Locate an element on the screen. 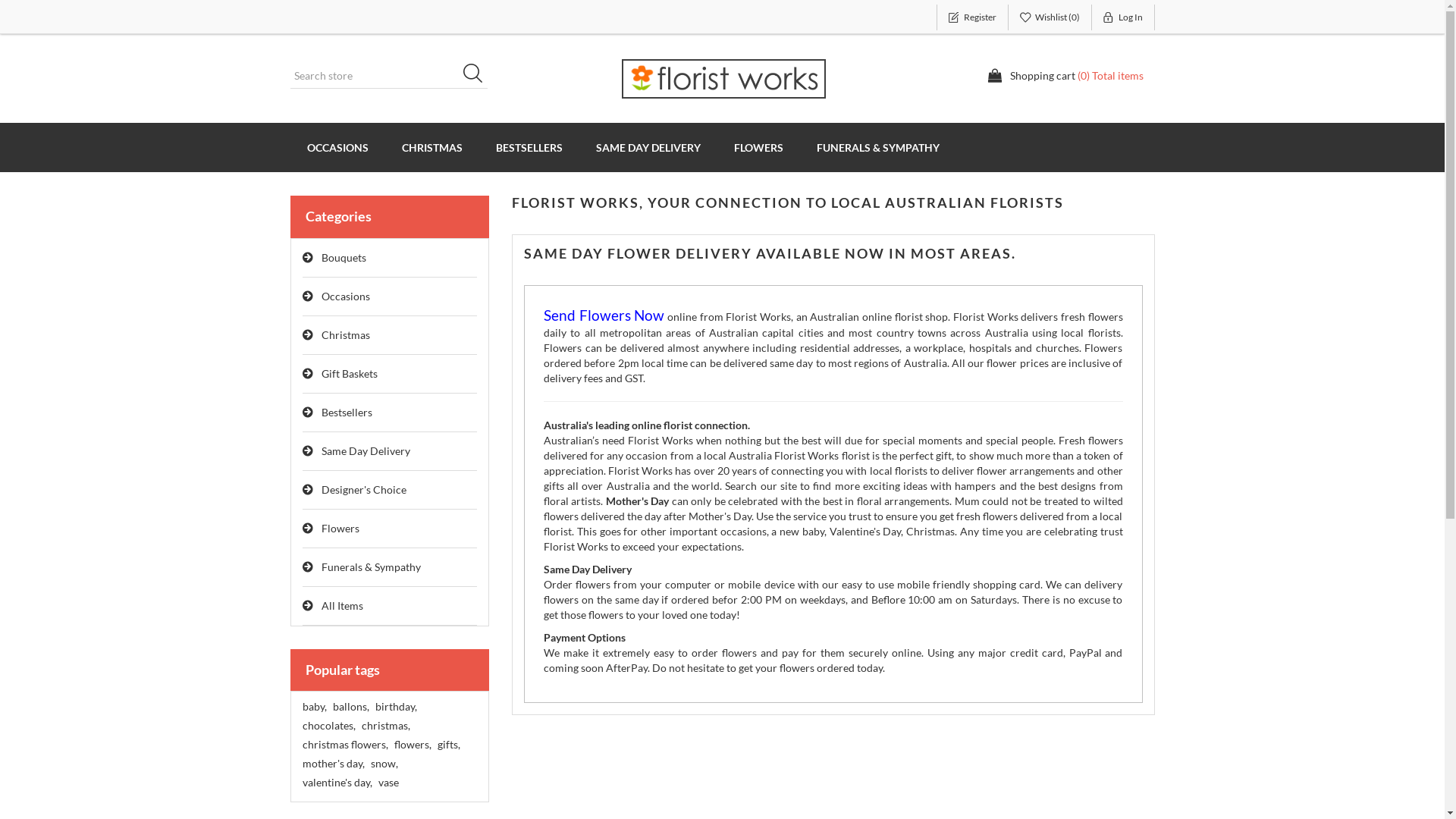 Image resolution: width=1456 pixels, height=819 pixels. 'snow,' is located at coordinates (370, 763).